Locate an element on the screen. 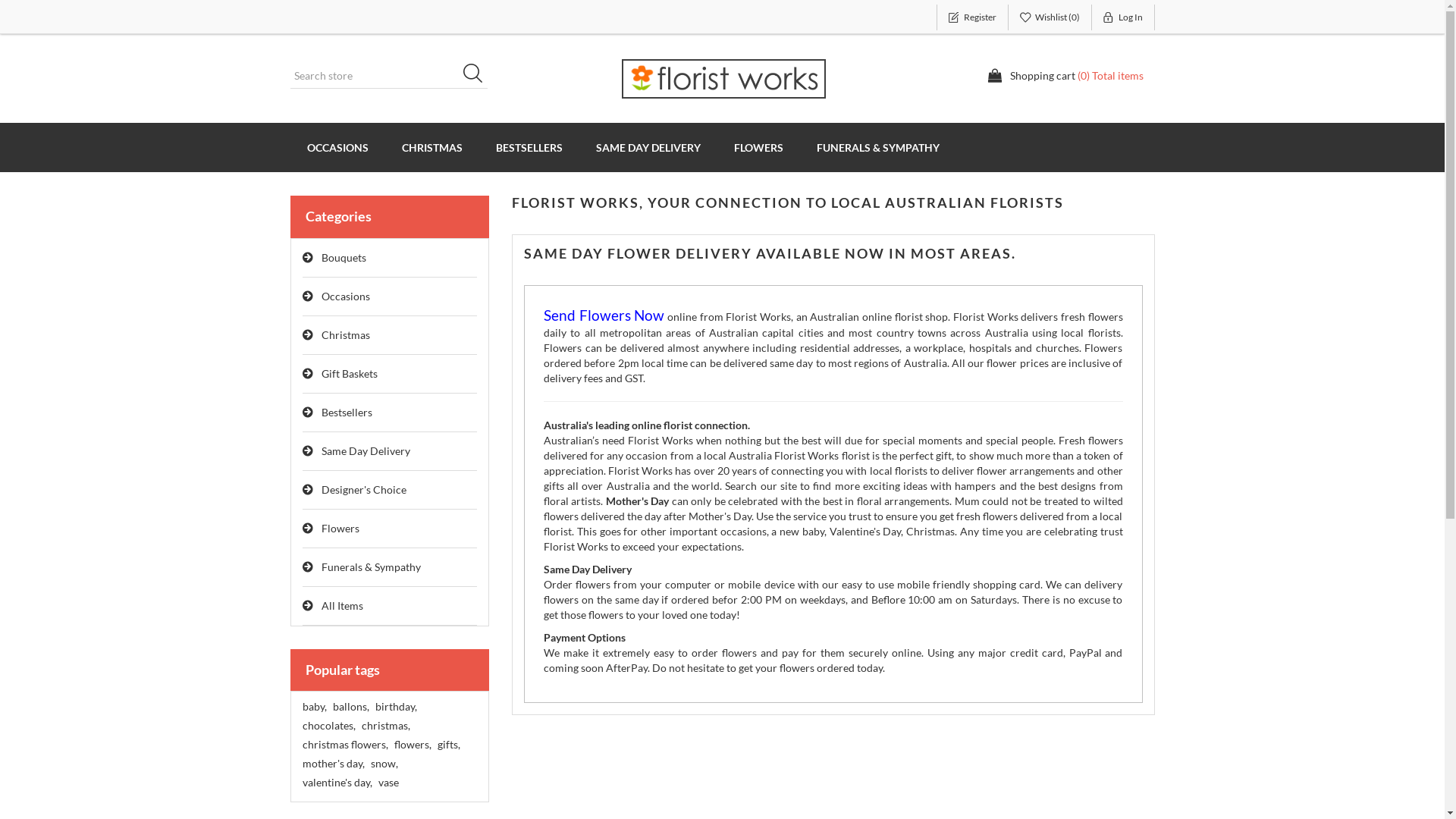 Image resolution: width=1456 pixels, height=819 pixels. 'snow,' is located at coordinates (370, 763).